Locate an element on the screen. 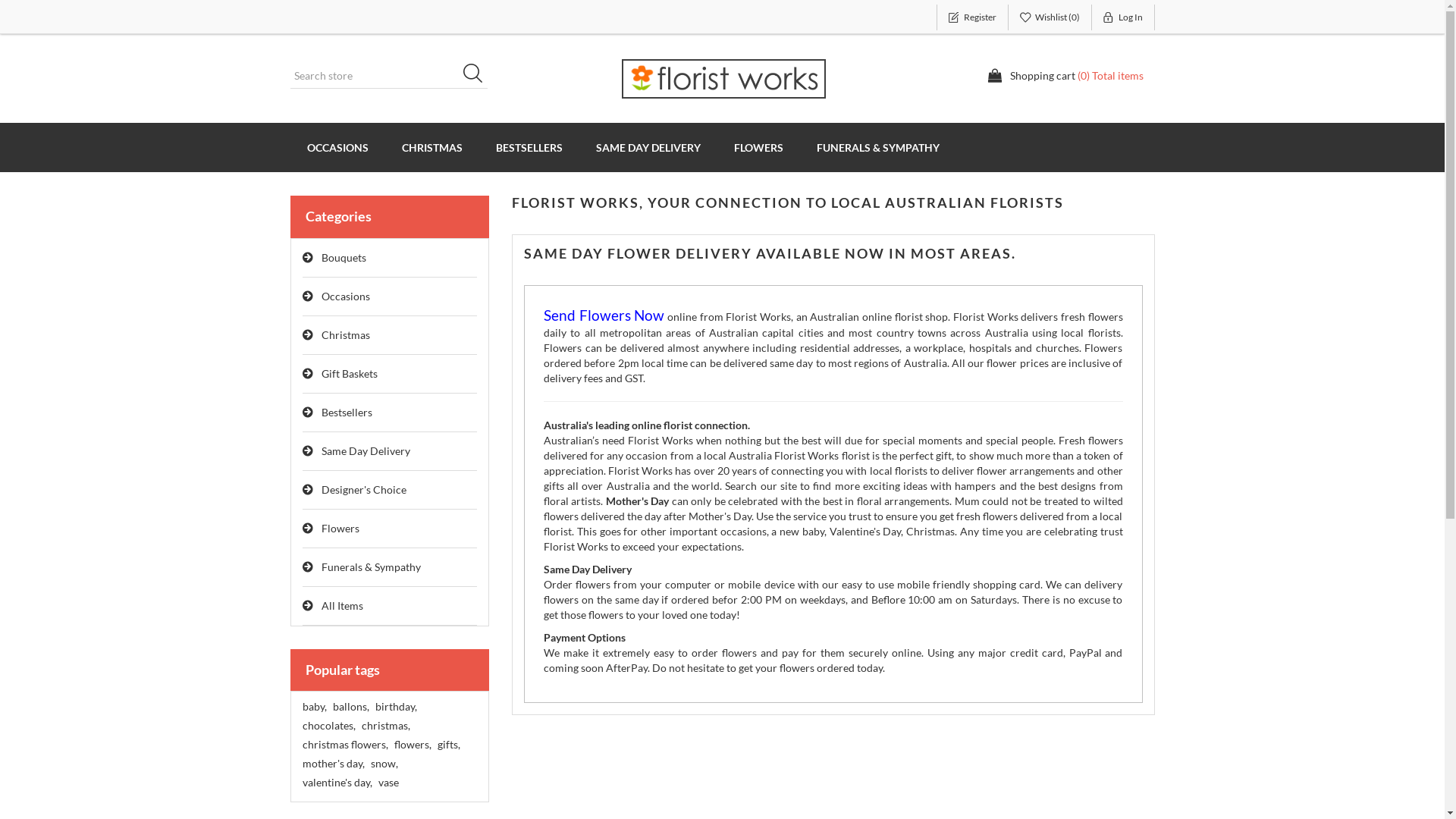 Image resolution: width=1456 pixels, height=819 pixels. 'snow,' is located at coordinates (370, 763).